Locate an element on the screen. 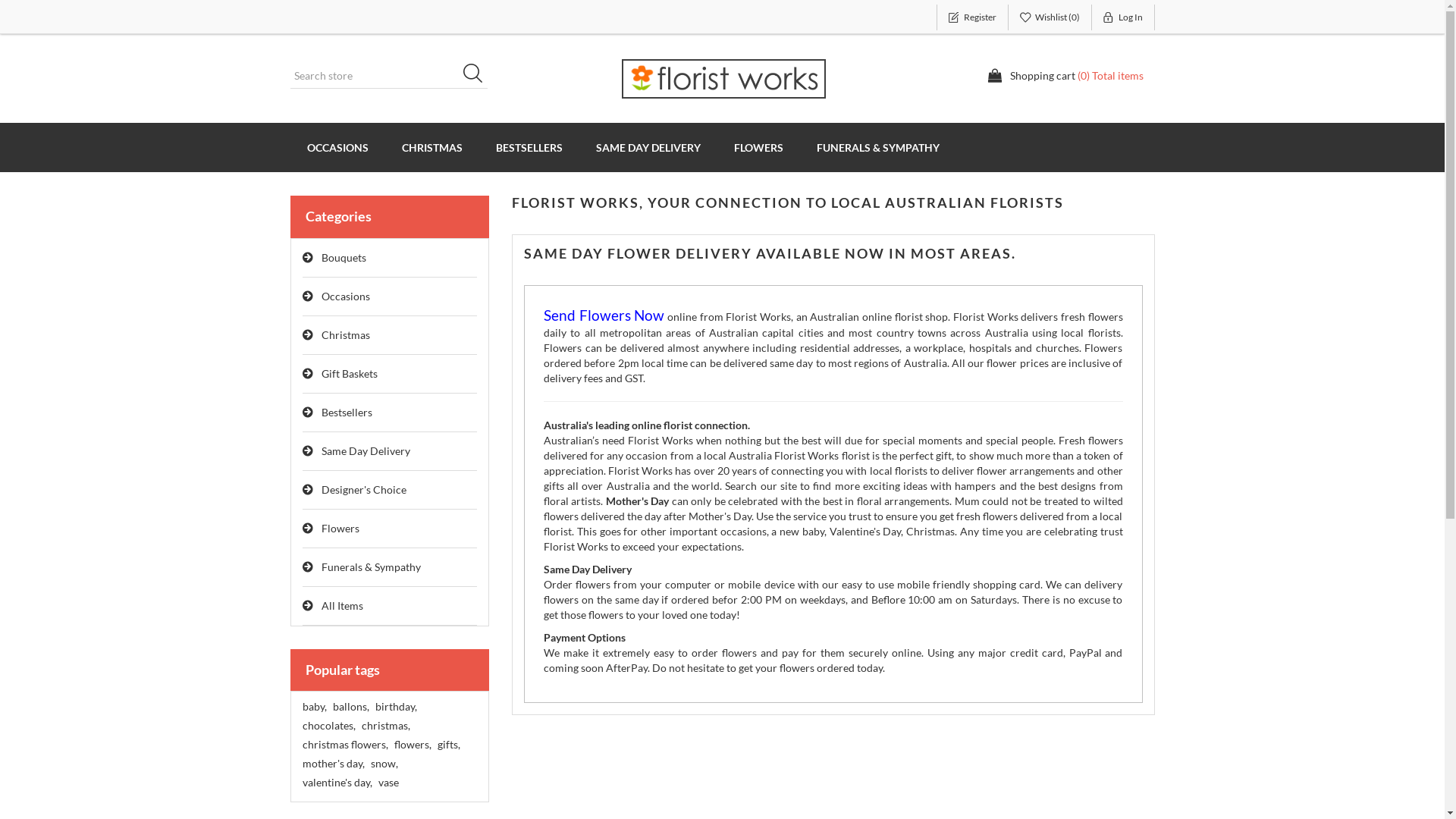 Image resolution: width=1456 pixels, height=819 pixels. 'snow,' is located at coordinates (370, 763).